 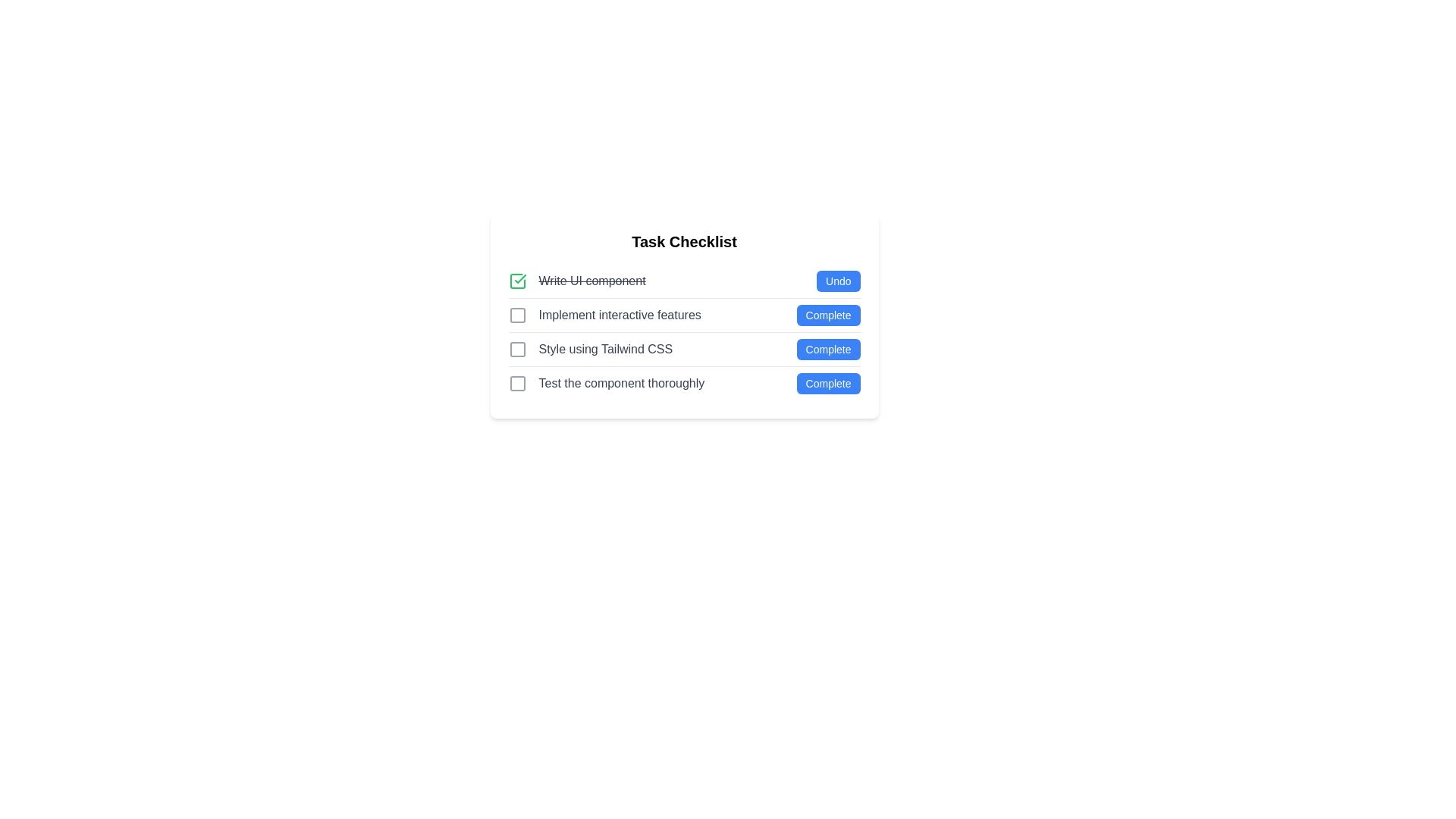 I want to click on the boundary outline of the rounded square enclosing the green checkmark icon that is part of the checklist item labeled 'Write UI component', so click(x=517, y=281).